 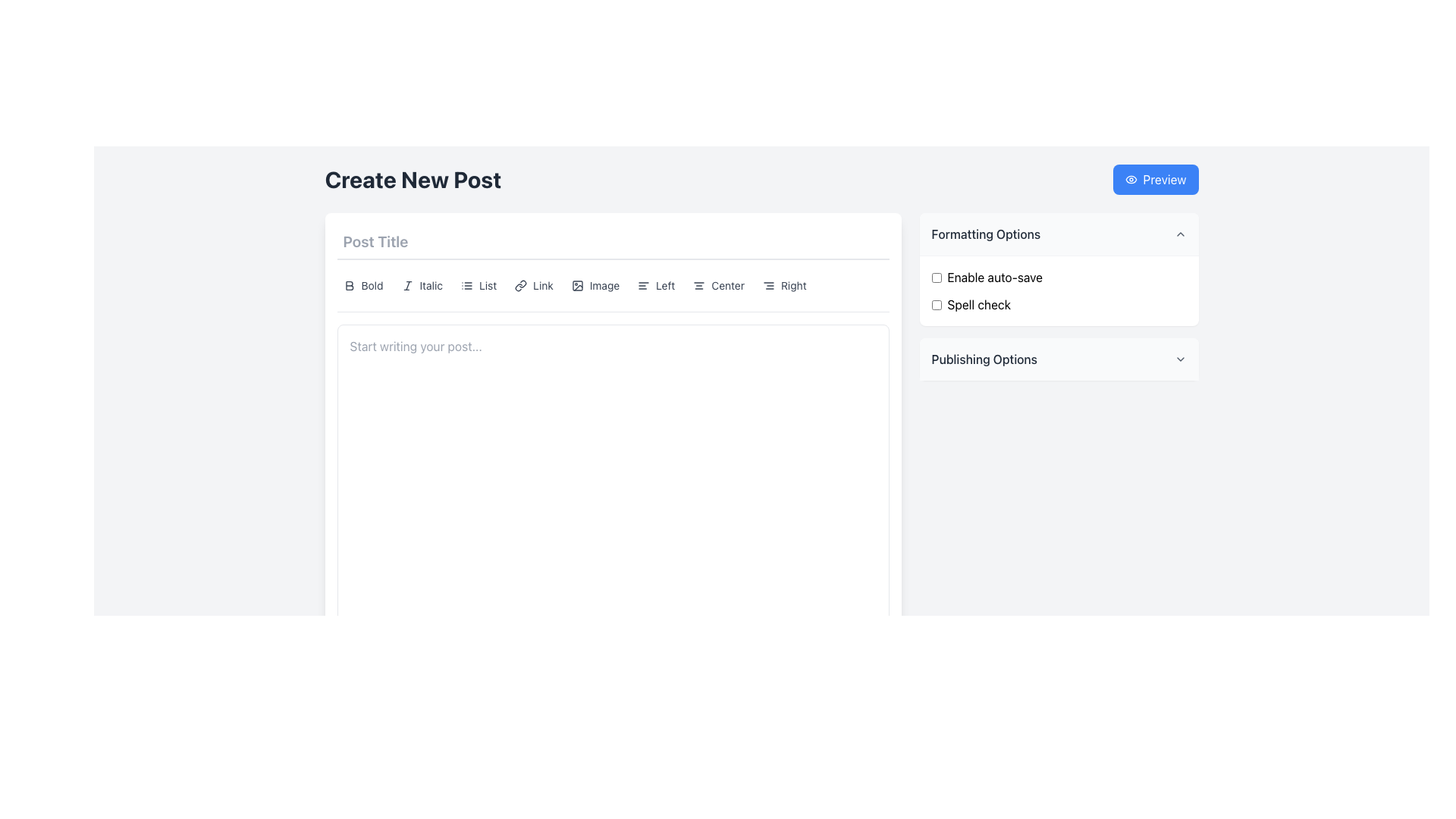 What do you see at coordinates (430, 286) in the screenshot?
I see `the italic formatting label within the button located between the bold formatting option and the list option in the text editor's toolbar` at bounding box center [430, 286].